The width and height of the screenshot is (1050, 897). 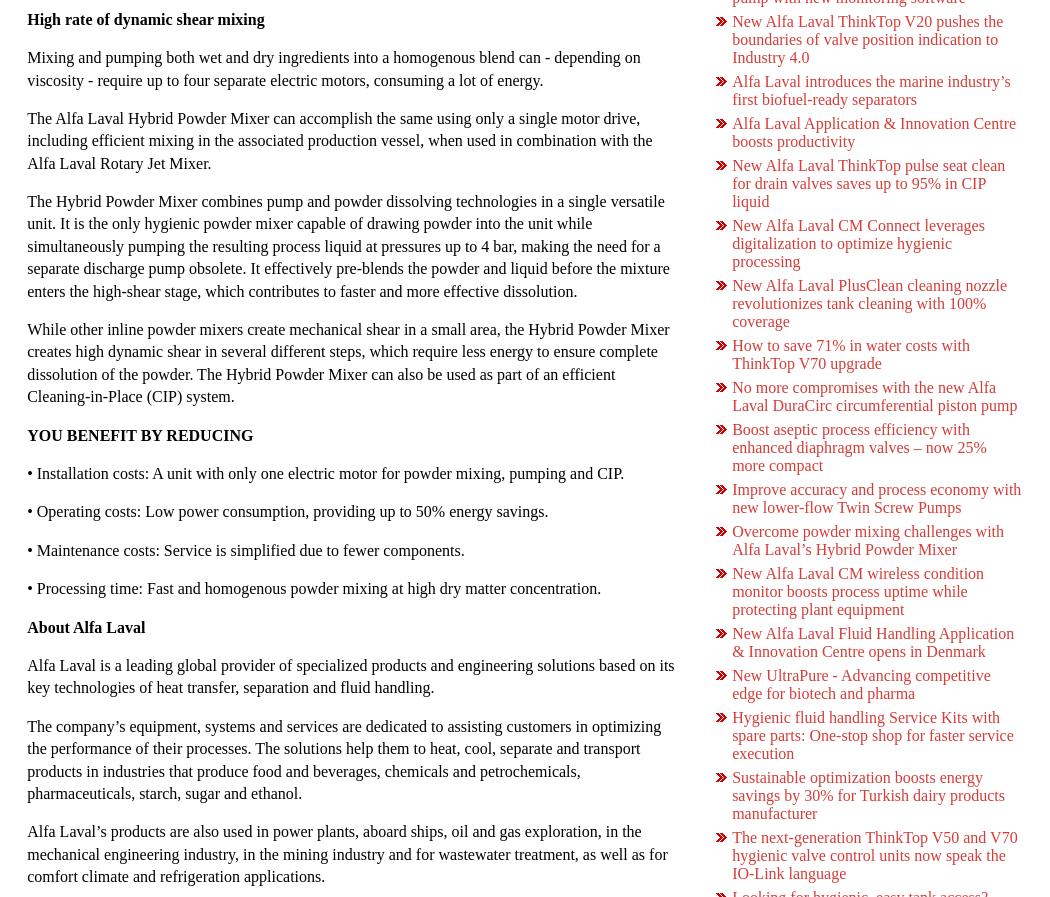 What do you see at coordinates (730, 38) in the screenshot?
I see `'New Alfa Laval ThinkTop V20 pushes the boundaries of valve position indication to Industry 4.0'` at bounding box center [730, 38].